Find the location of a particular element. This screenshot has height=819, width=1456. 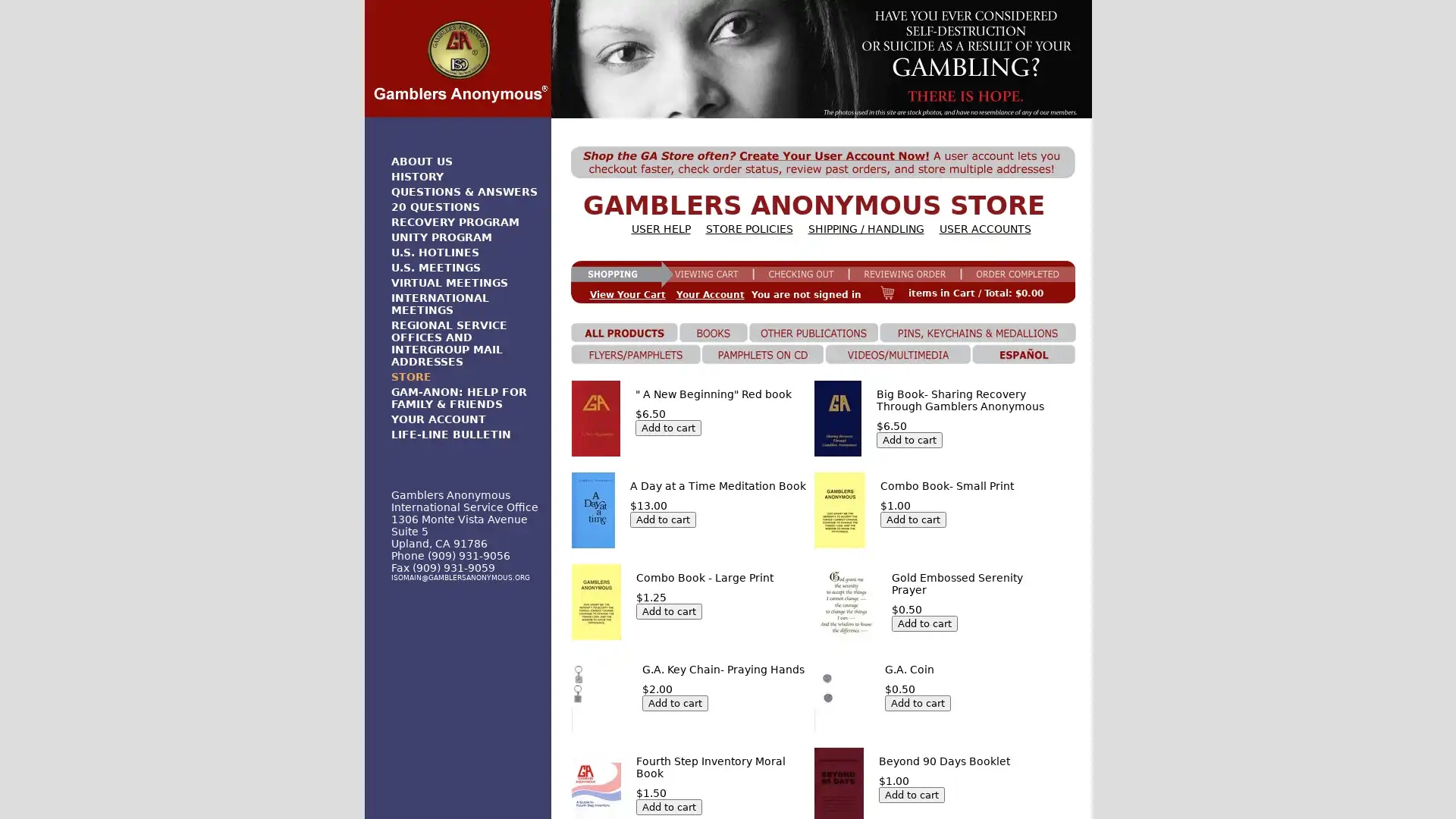

Add to cart is located at coordinates (673, 702).